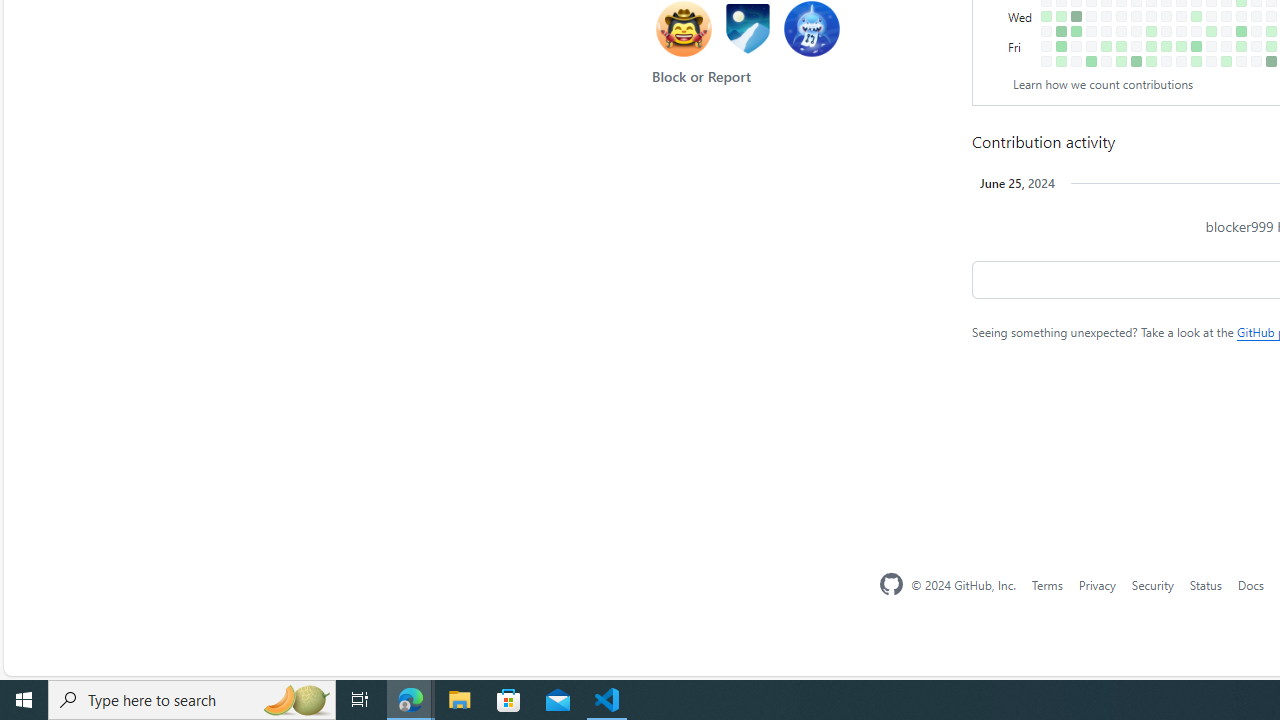  What do you see at coordinates (1136, 60) in the screenshot?
I see `'8 contributions on February 17th.'` at bounding box center [1136, 60].